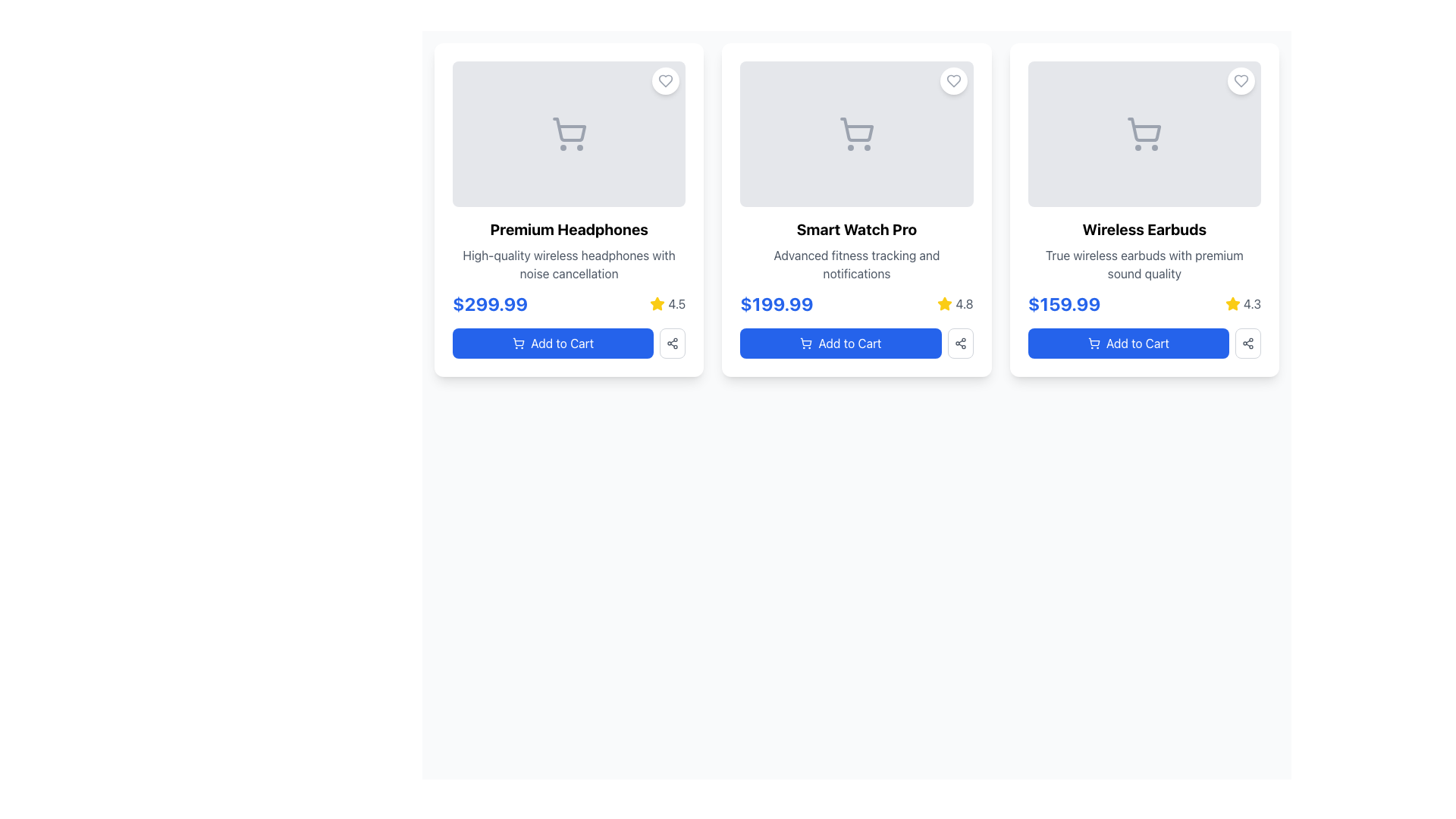 This screenshot has width=1456, height=819. What do you see at coordinates (952, 81) in the screenshot?
I see `the 'favorite' icon button located in the top-right corner of the 'Smart Watch Pro' card` at bounding box center [952, 81].